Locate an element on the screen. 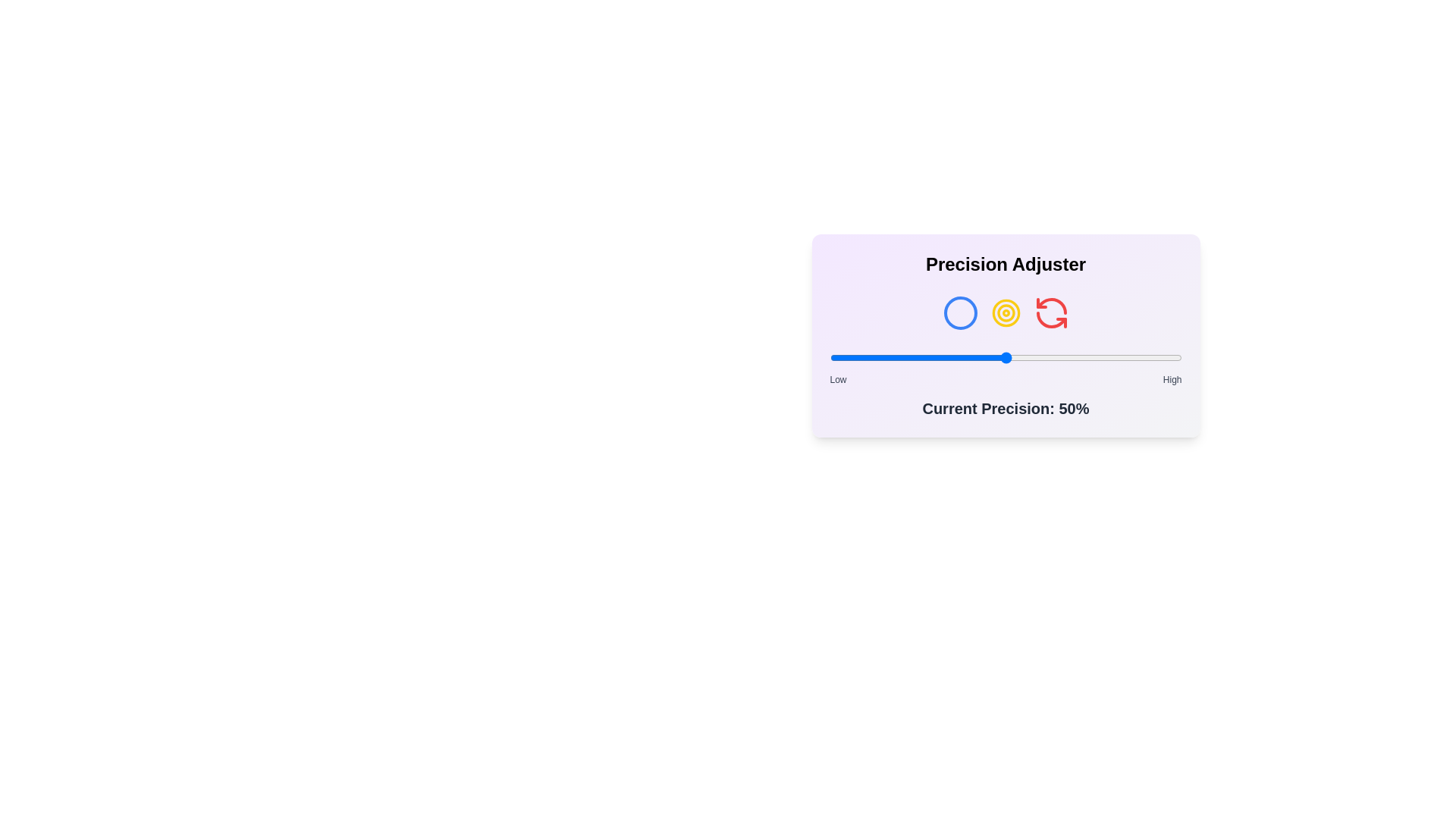 This screenshot has height=819, width=1456. the circular icon centered at (1266.5, 413) is located at coordinates (959, 312).